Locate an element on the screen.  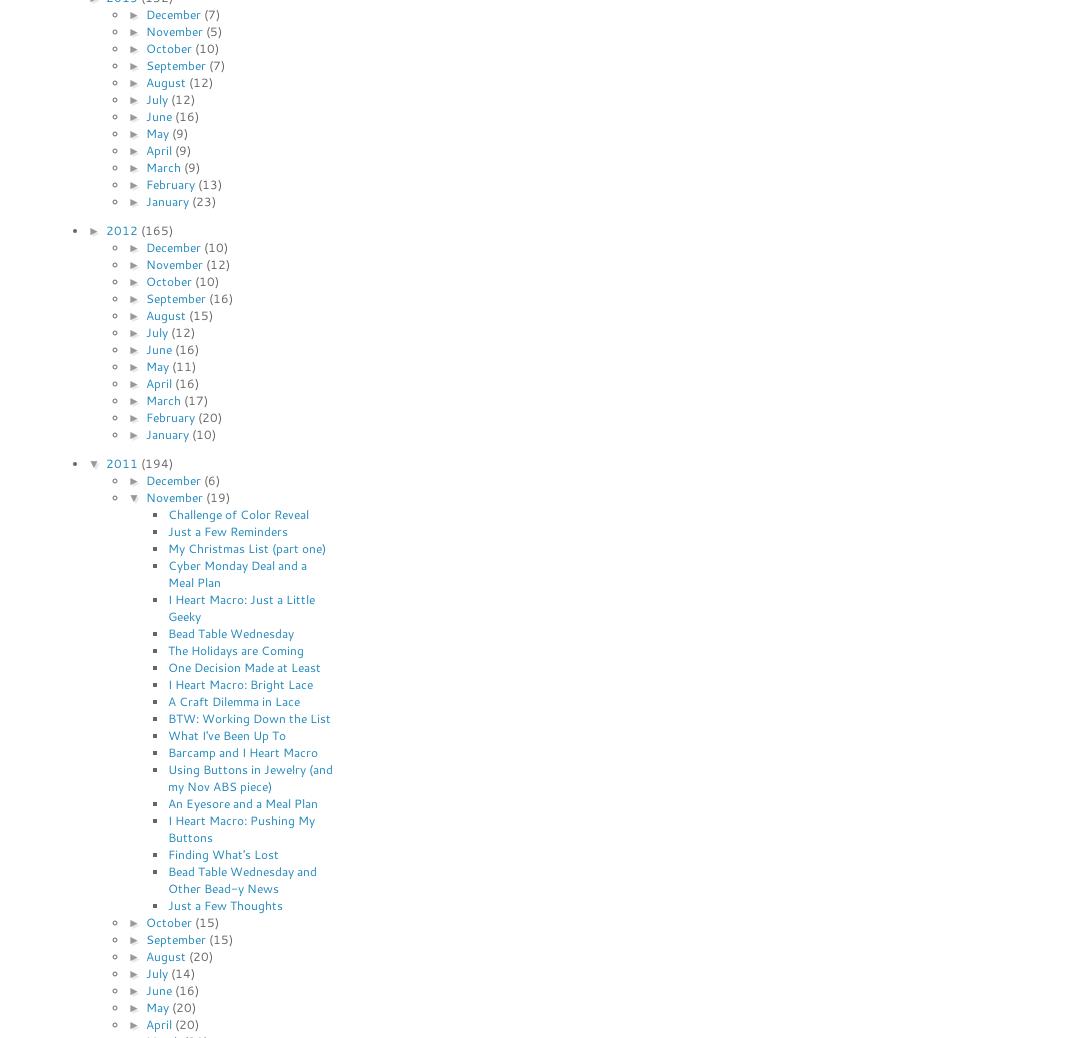
'2011' is located at coordinates (104, 462).